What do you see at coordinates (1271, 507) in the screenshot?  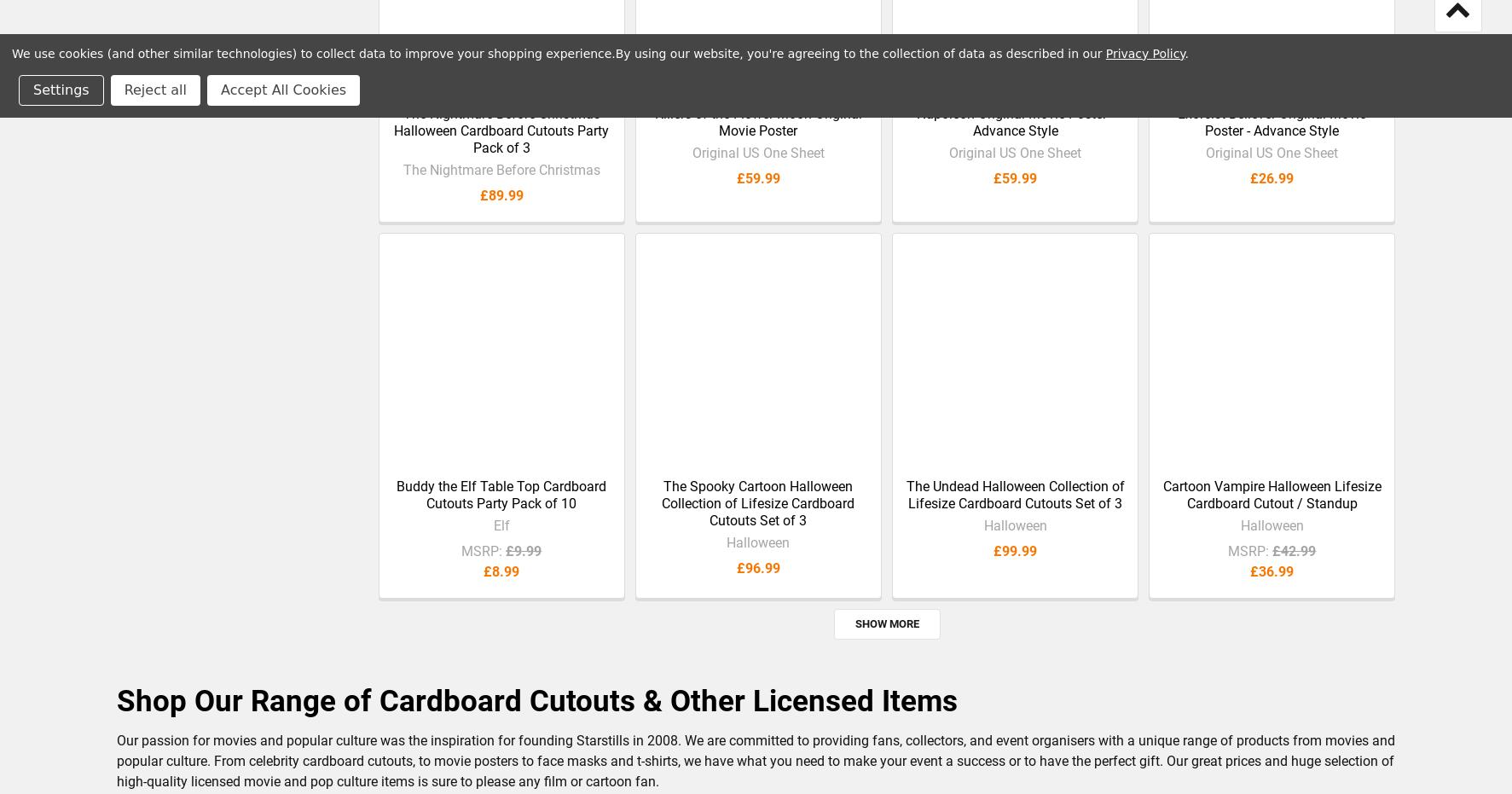 I see `'Cartoon Vampire Halloween Lifesize Cardboard Cutout / Standup'` at bounding box center [1271, 507].